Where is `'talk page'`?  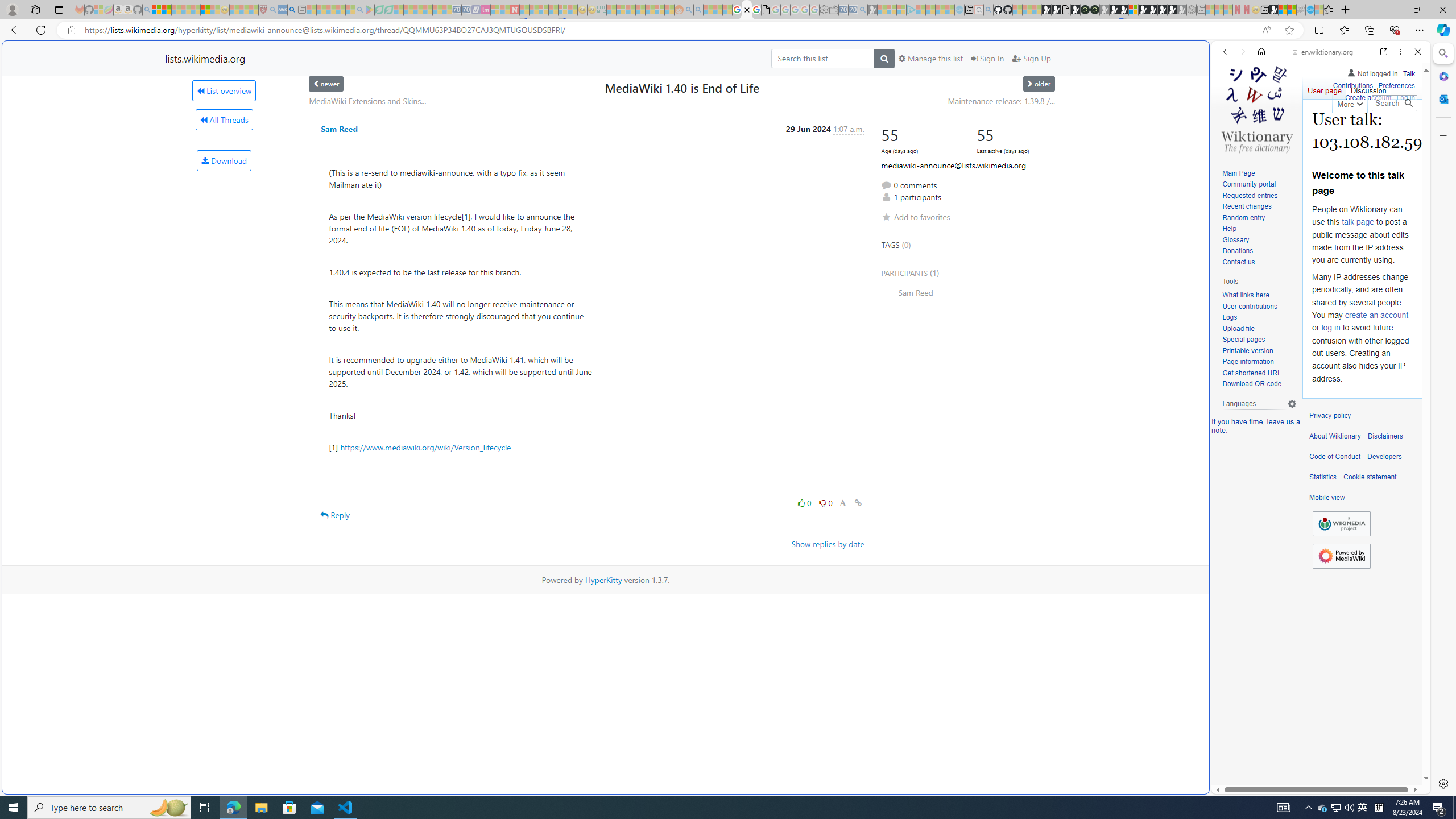
'talk page' is located at coordinates (1357, 222).